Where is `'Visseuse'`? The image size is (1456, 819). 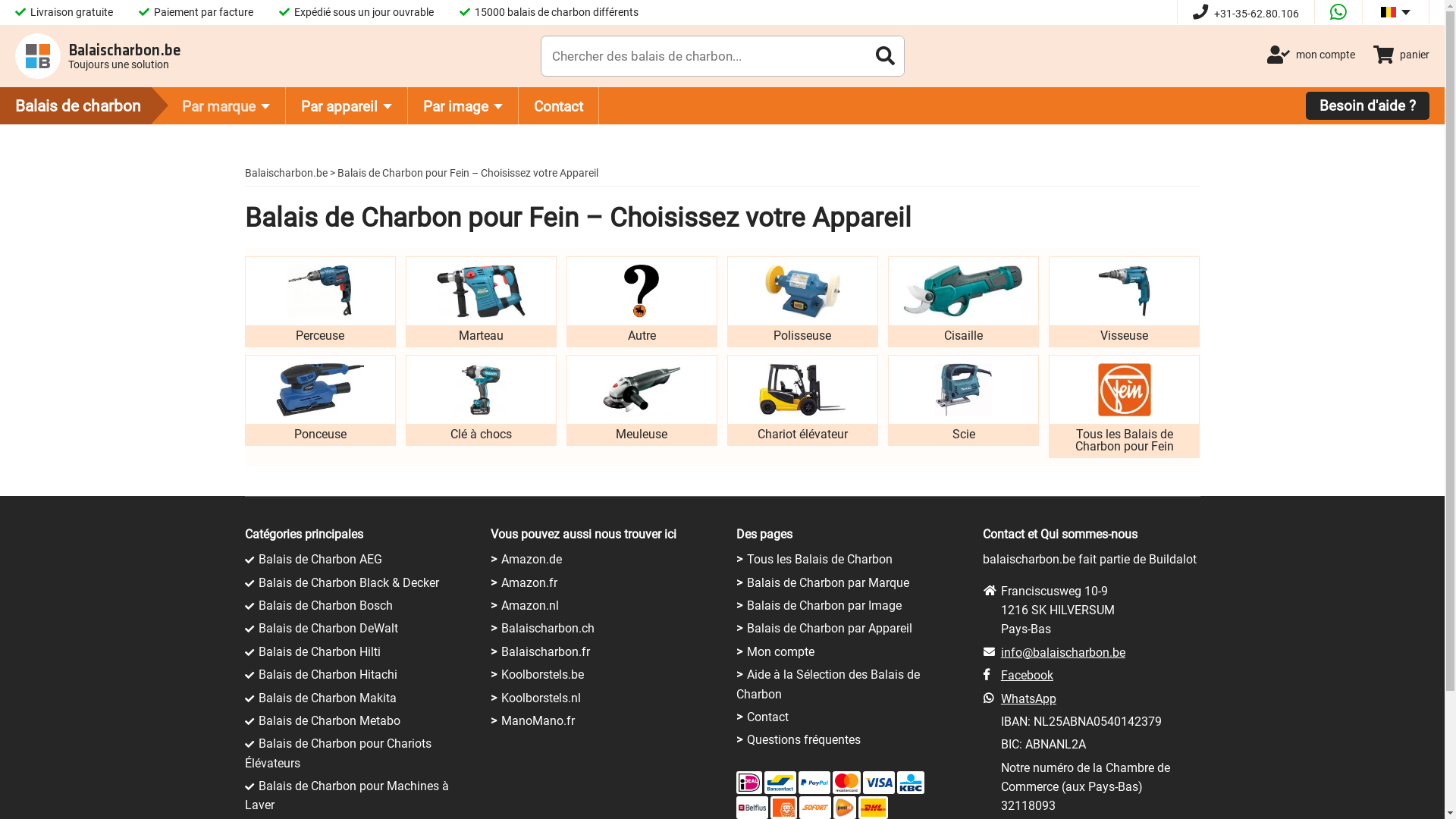 'Visseuse' is located at coordinates (1047, 301).